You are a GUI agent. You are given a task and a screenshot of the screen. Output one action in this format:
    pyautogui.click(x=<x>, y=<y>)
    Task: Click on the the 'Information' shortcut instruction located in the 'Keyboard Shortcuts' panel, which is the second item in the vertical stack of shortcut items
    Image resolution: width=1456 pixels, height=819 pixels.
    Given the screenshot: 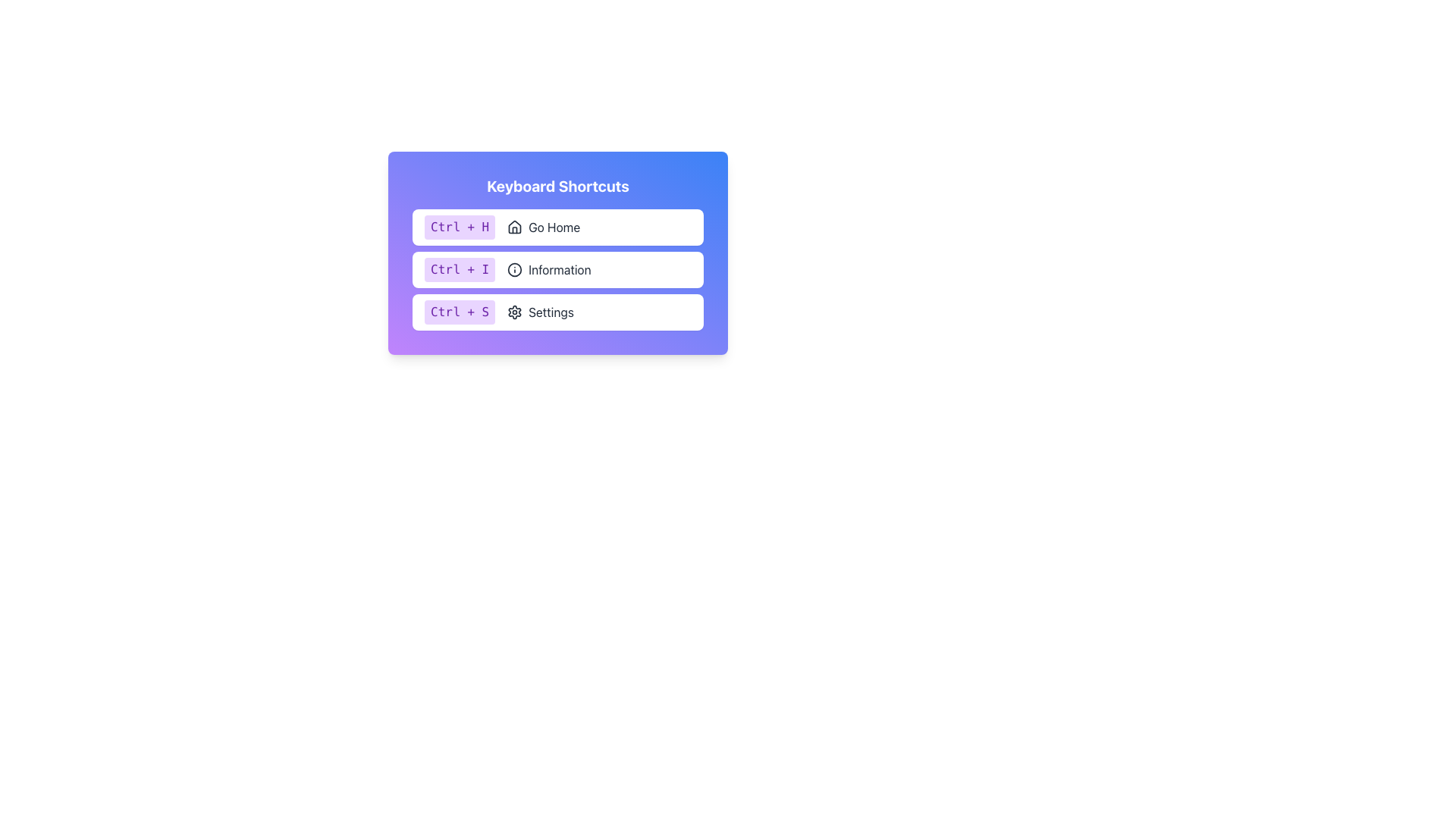 What is the action you would take?
    pyautogui.click(x=557, y=268)
    